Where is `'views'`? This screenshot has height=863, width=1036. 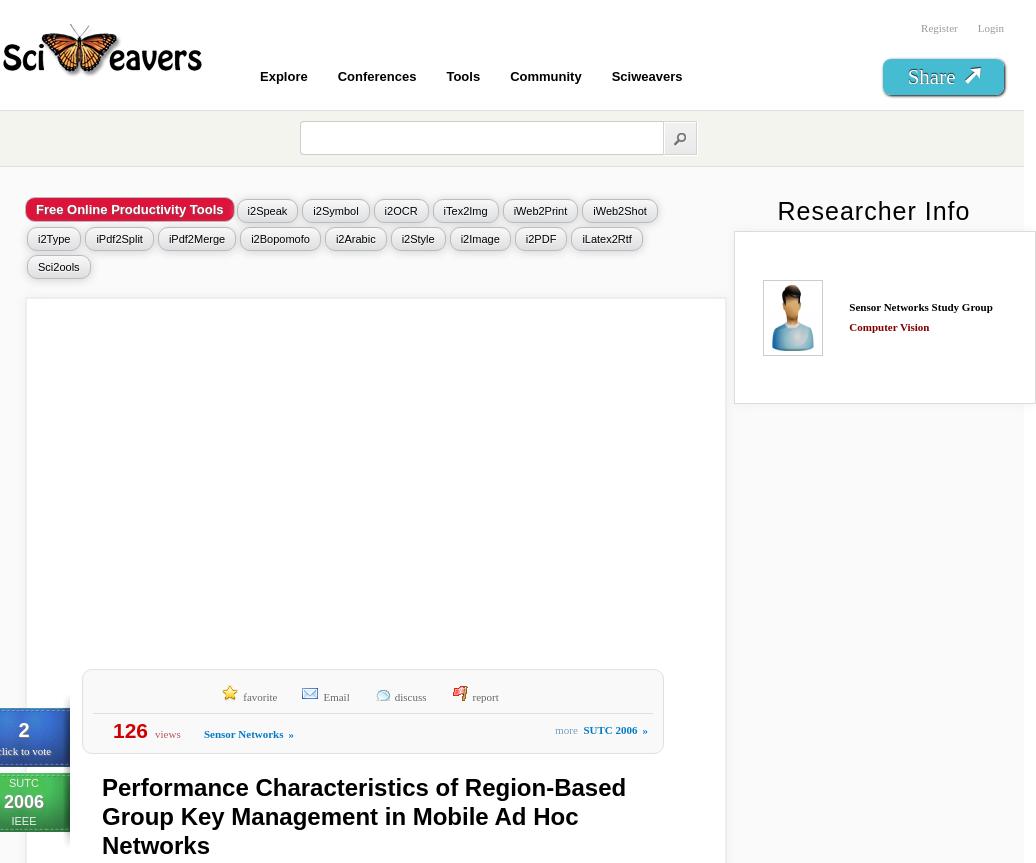
'views' is located at coordinates (167, 733).